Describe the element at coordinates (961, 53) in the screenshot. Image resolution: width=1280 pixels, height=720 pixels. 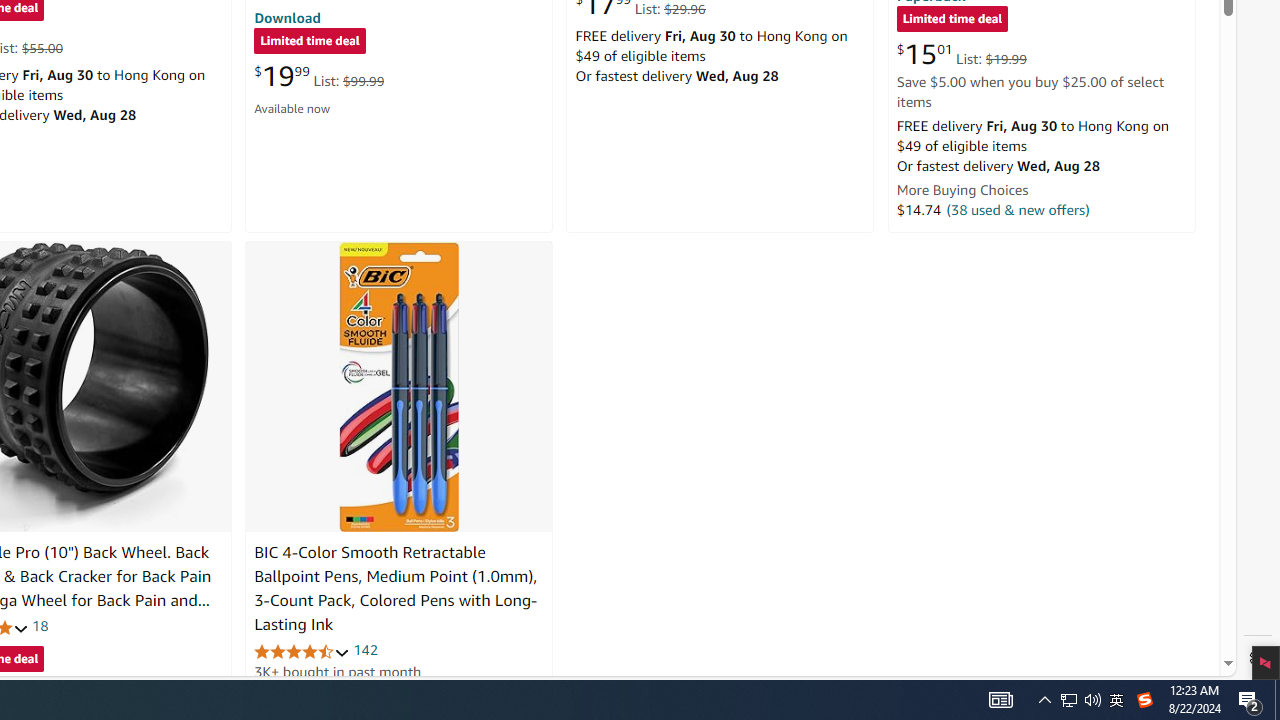
I see `'$15.01 List: $19.99'` at that location.